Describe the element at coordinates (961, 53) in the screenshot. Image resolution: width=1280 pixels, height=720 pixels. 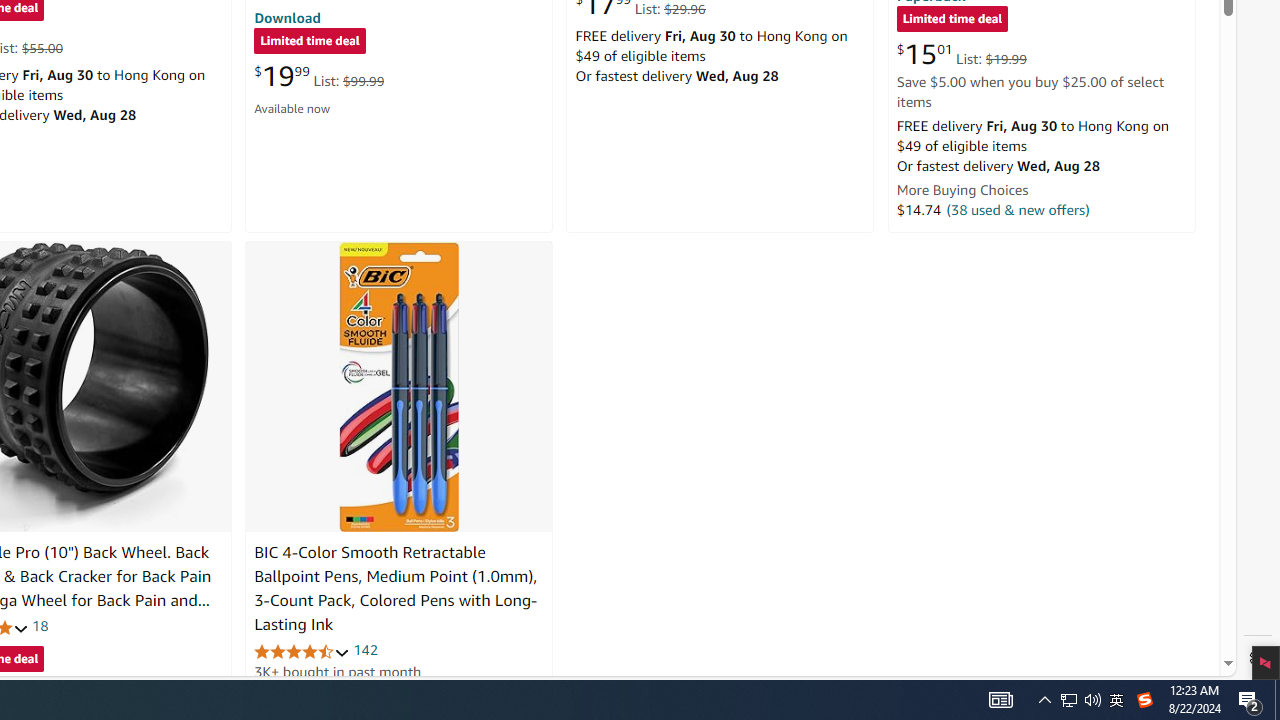
I see `'$15.01 List: $19.99'` at that location.